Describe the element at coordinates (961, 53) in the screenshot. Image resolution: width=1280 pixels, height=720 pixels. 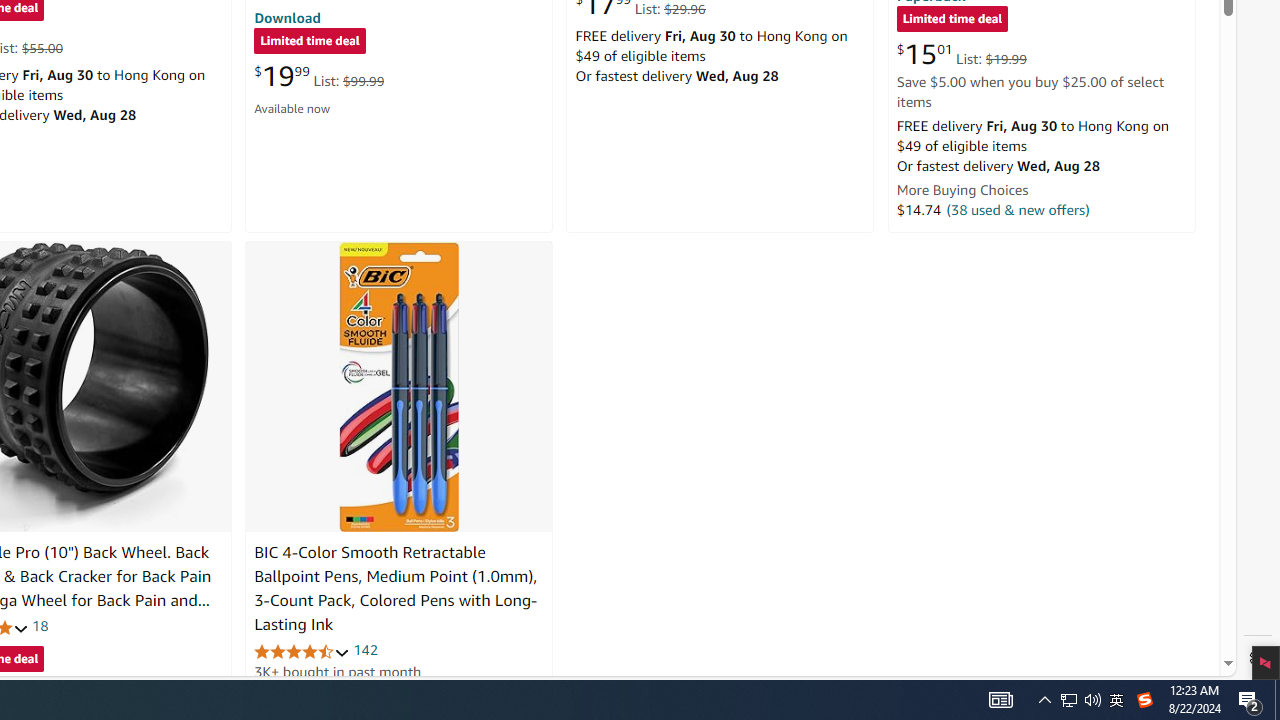
I see `'$15.01 List: $19.99'` at that location.